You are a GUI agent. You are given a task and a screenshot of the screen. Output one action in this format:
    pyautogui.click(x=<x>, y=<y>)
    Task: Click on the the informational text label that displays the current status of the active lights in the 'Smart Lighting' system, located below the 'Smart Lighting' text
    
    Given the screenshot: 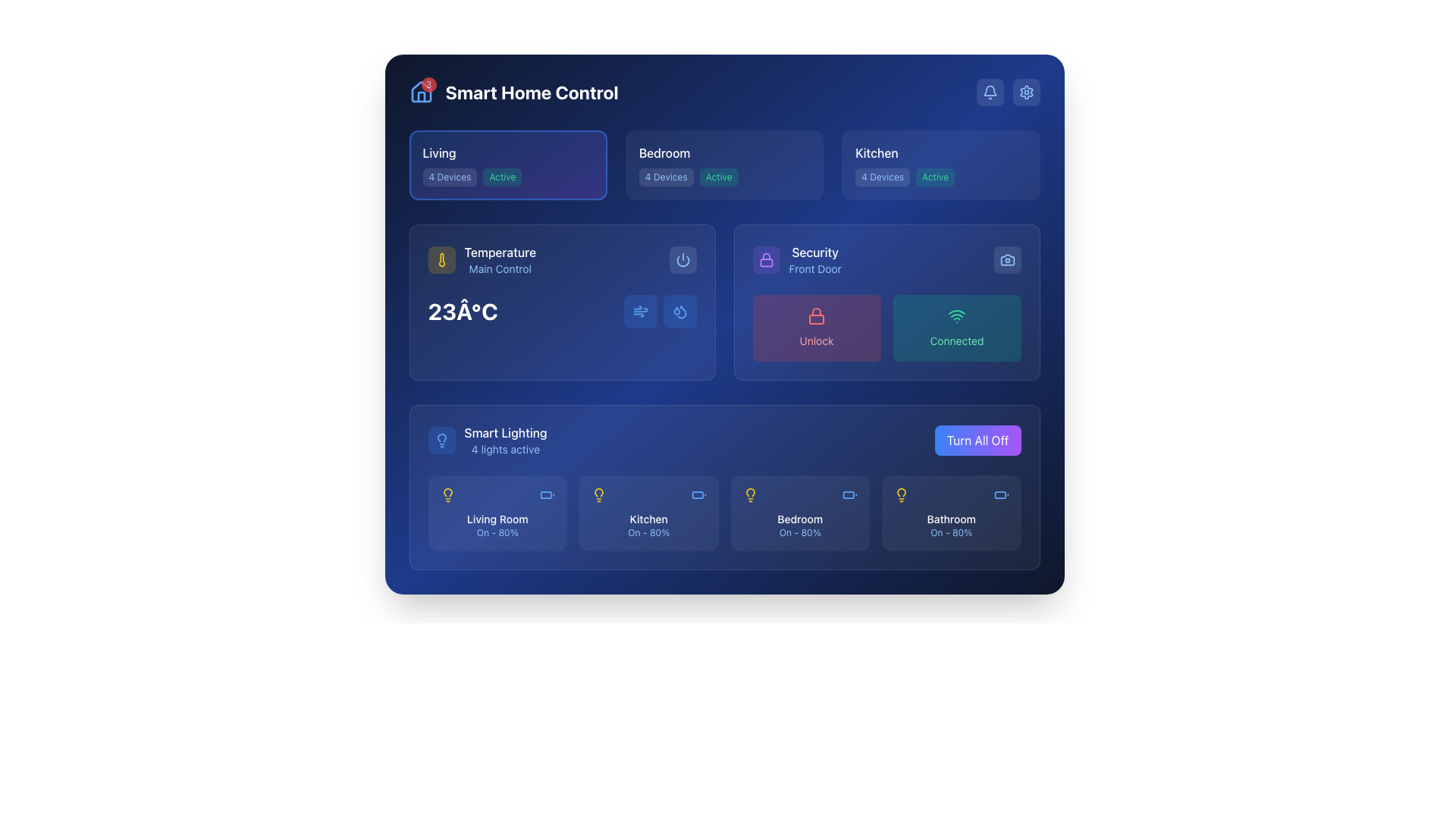 What is the action you would take?
    pyautogui.click(x=506, y=449)
    